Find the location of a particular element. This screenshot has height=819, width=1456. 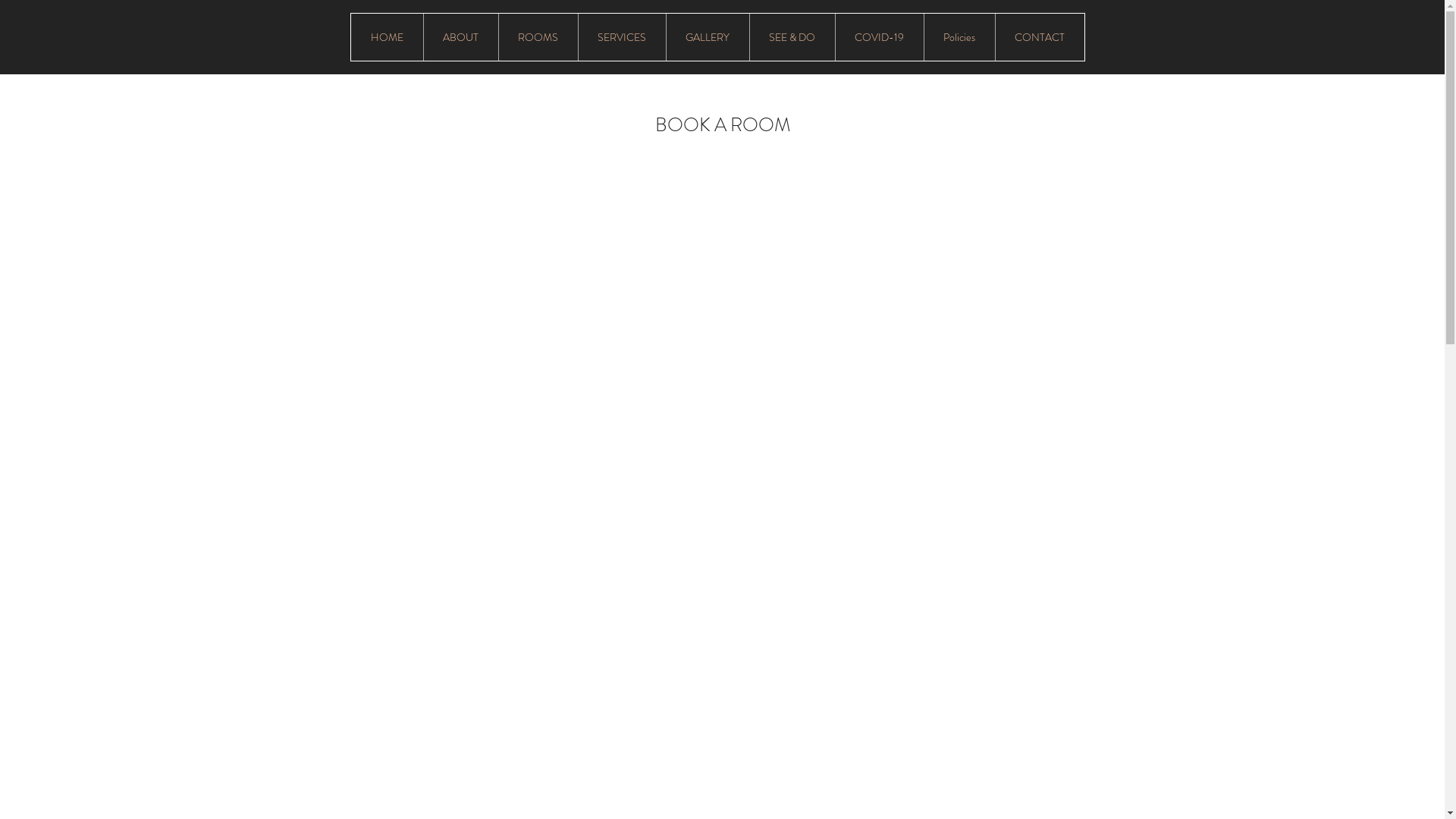

'GALLERY' is located at coordinates (666, 36).